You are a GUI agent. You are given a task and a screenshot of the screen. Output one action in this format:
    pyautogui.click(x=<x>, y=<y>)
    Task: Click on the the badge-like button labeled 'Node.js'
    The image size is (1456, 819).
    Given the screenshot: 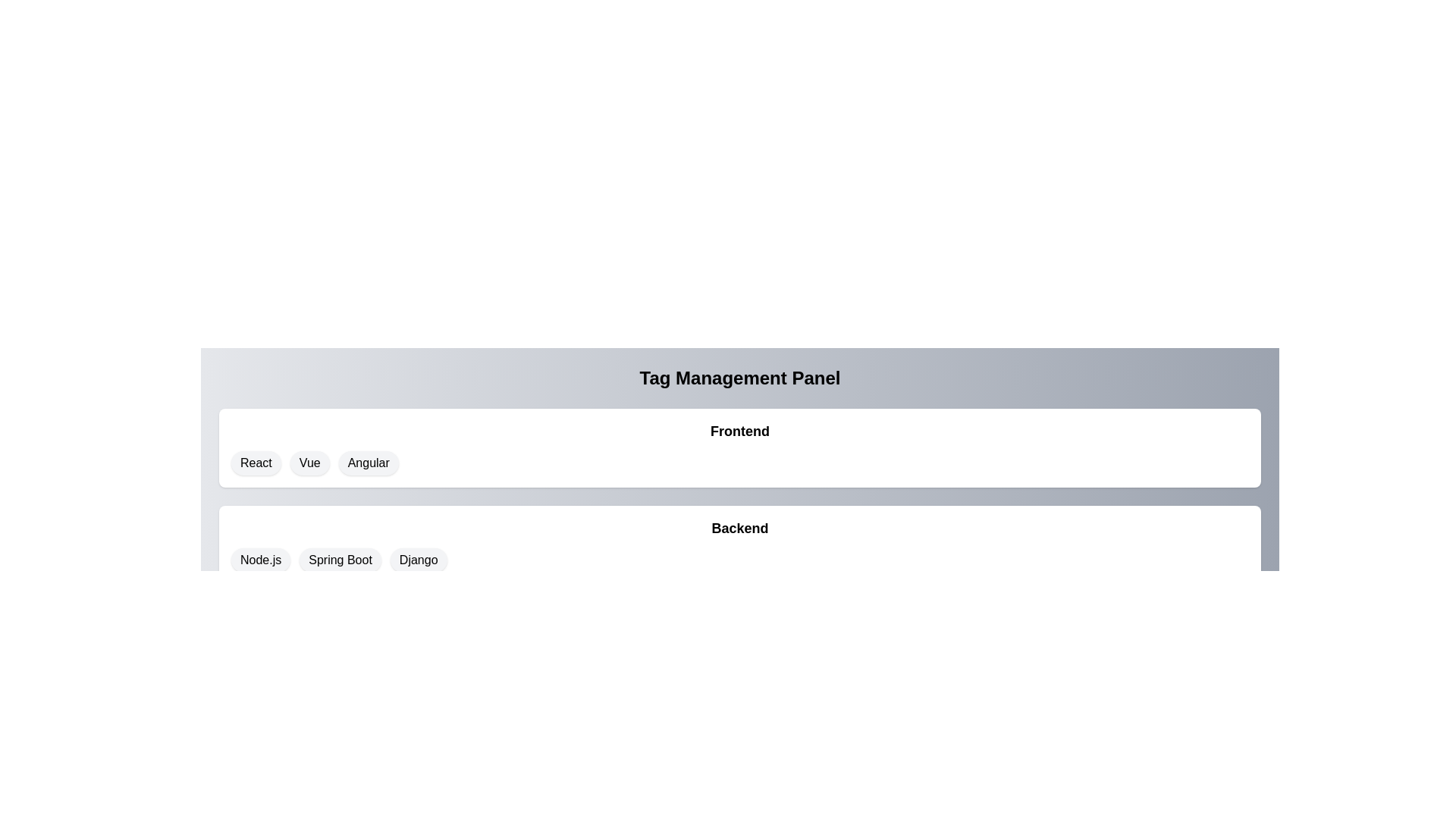 What is the action you would take?
    pyautogui.click(x=261, y=560)
    